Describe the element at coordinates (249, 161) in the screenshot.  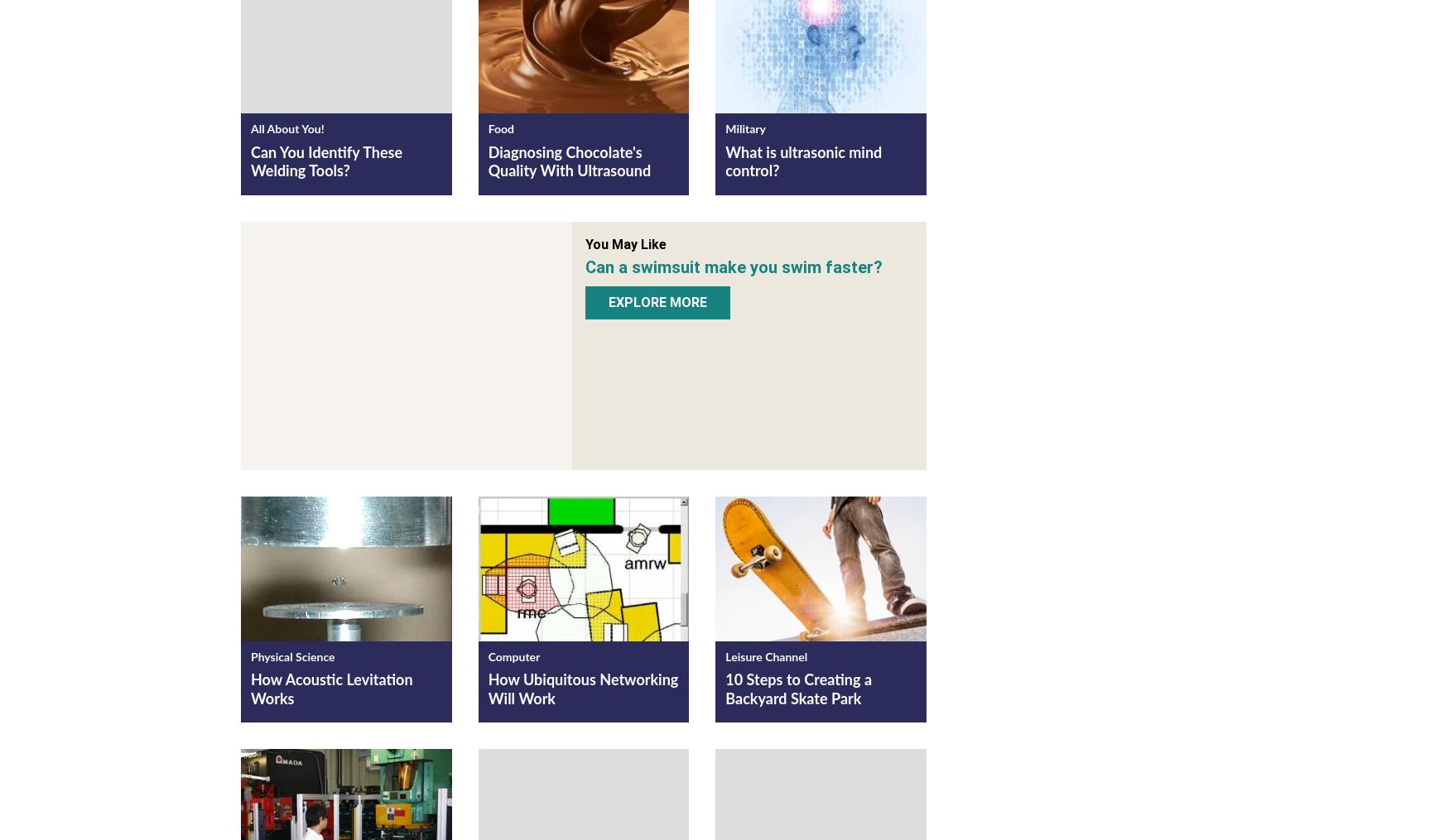
I see `'Can You Identify These Welding Tools?'` at that location.